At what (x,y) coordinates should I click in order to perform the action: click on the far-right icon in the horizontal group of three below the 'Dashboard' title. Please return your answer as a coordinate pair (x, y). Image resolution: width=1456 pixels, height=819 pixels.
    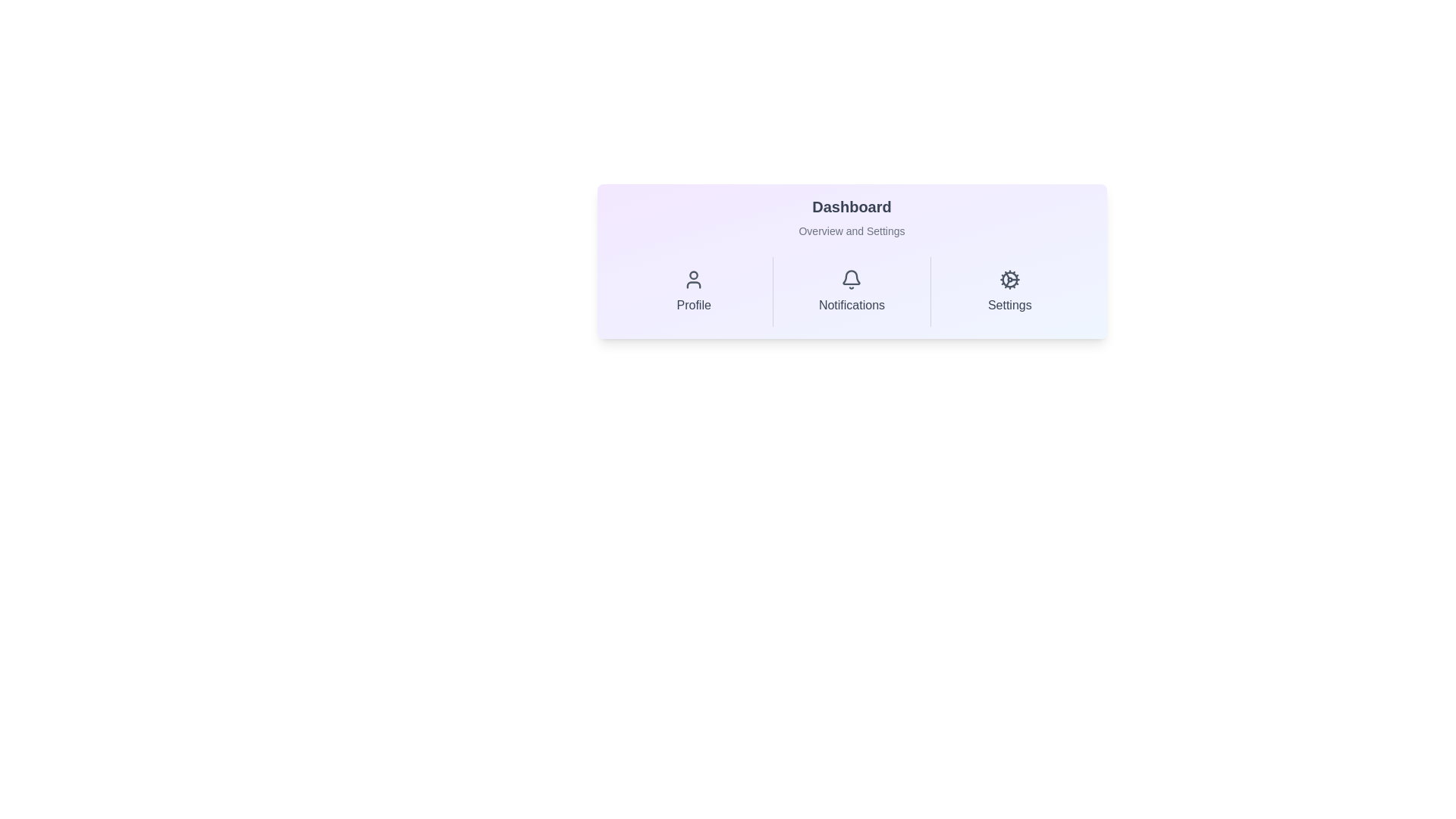
    Looking at the image, I should click on (1009, 280).